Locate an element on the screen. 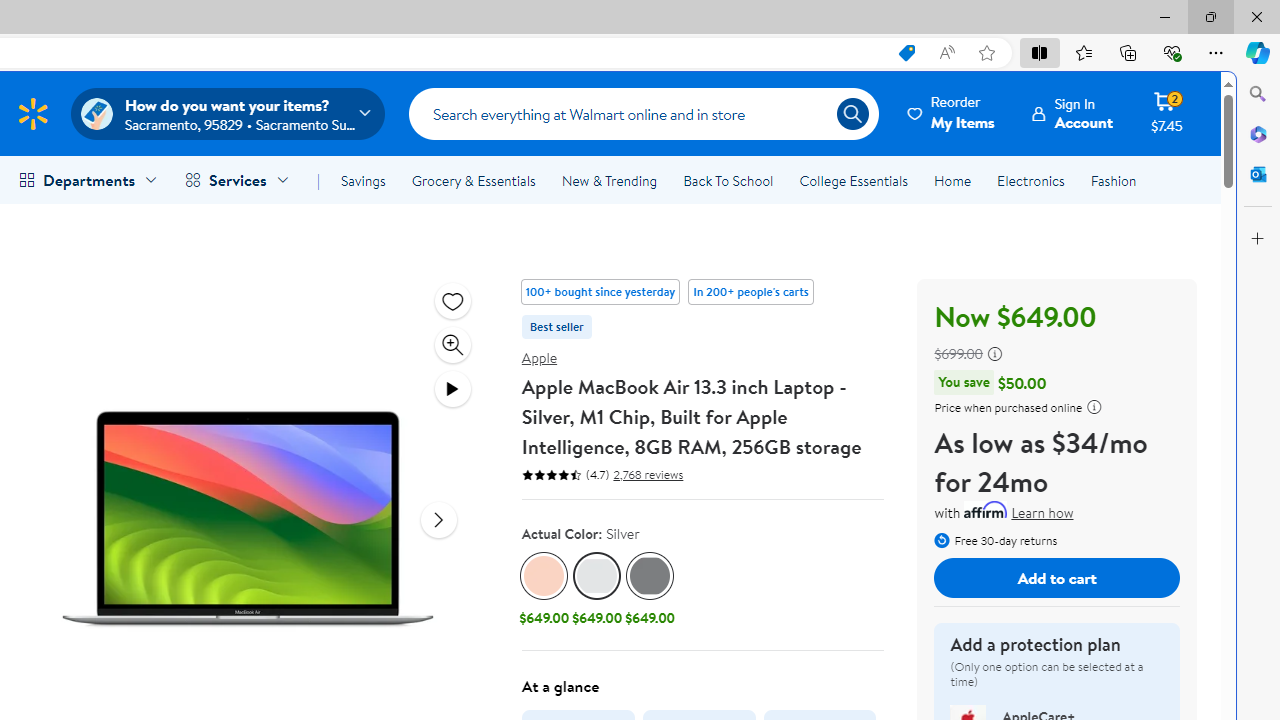 The width and height of the screenshot is (1280, 720). 'College Essentials' is located at coordinates (853, 181).